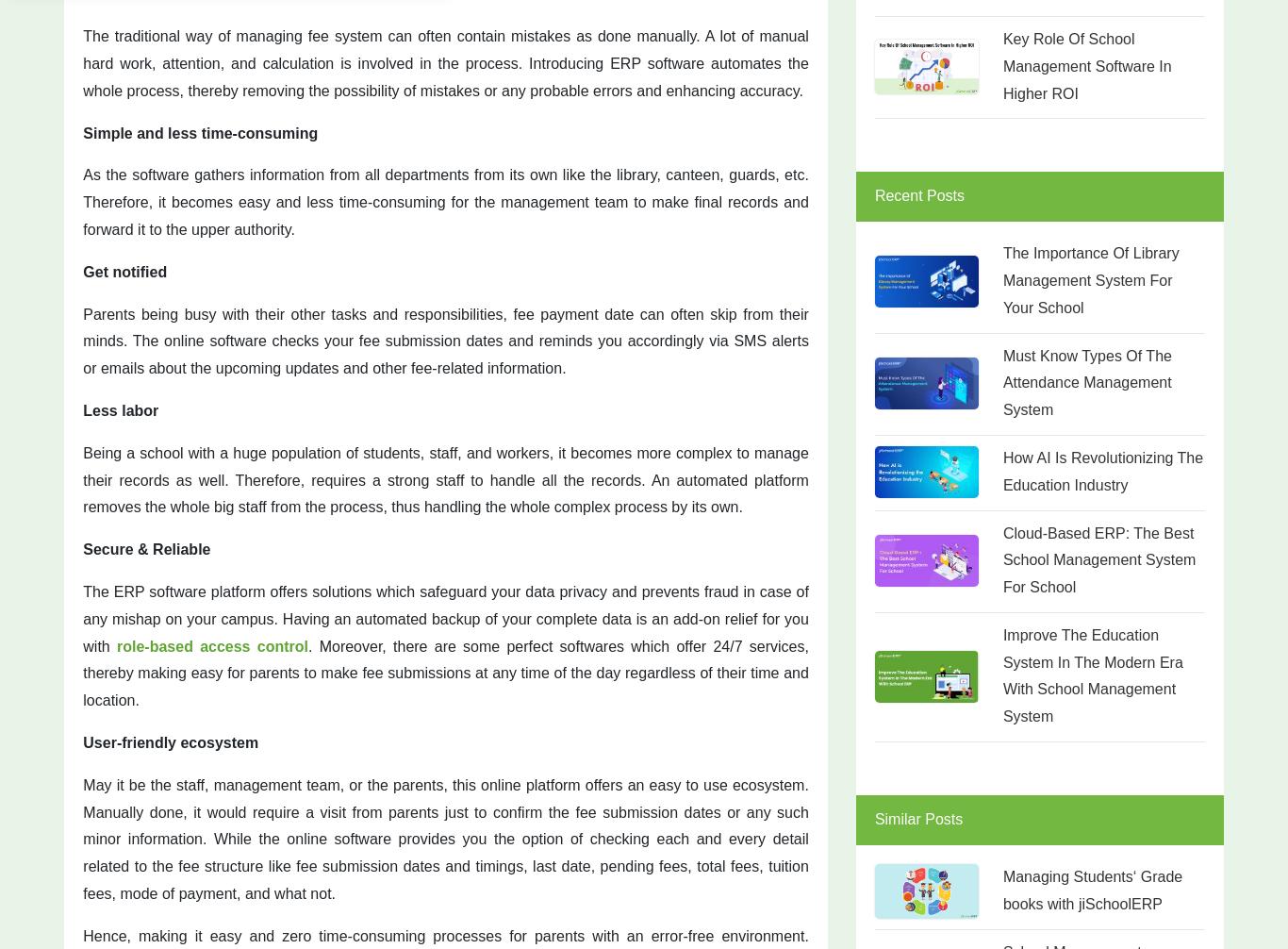 This screenshot has width=1288, height=949. Describe the element at coordinates (445, 673) in the screenshot. I see `'. Moreover, there are some perfect softwares which offer 24/7 services, thereby making easy for parents to make fee submissions at any time of the day regardless of their time and location.'` at that location.